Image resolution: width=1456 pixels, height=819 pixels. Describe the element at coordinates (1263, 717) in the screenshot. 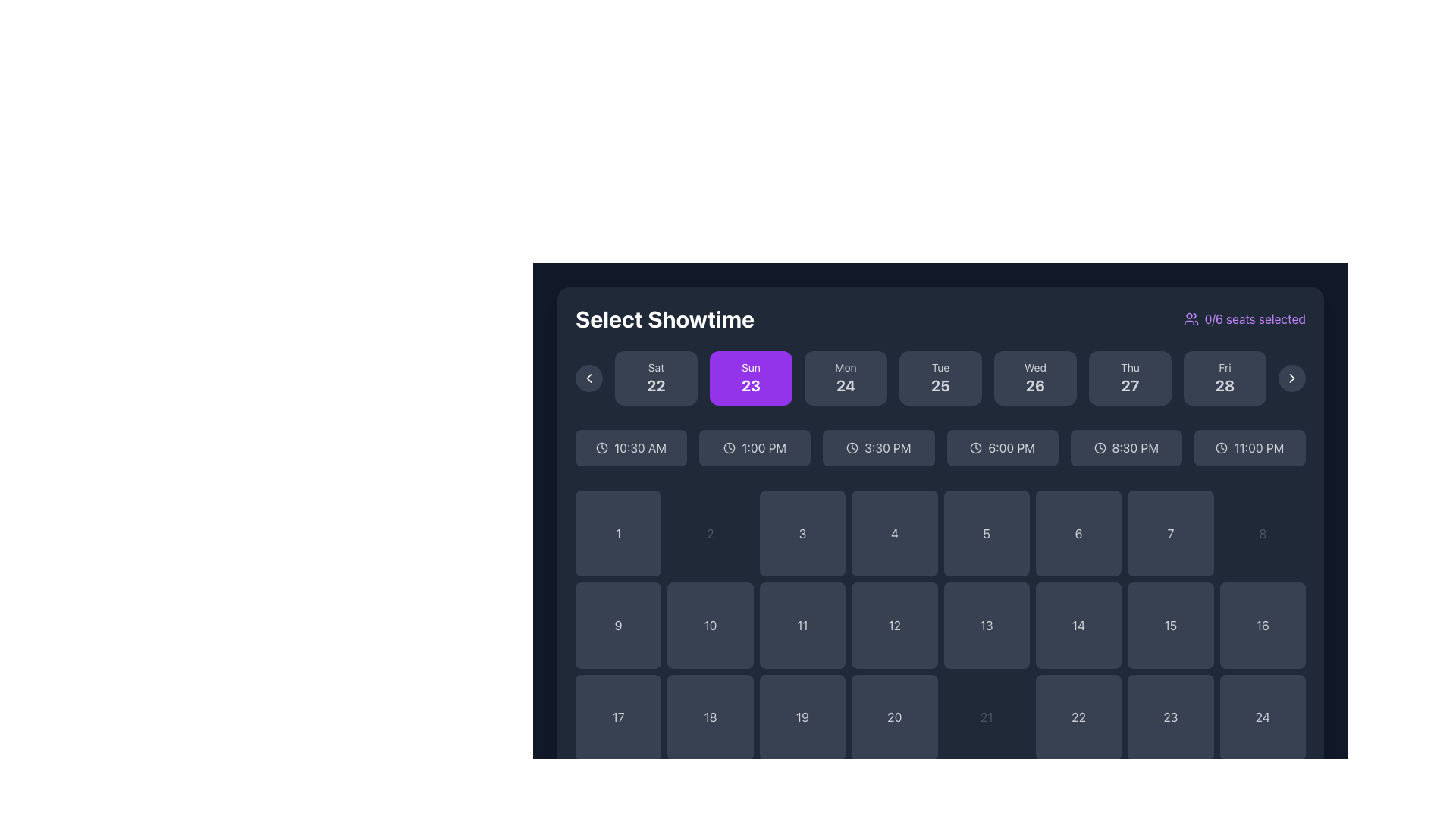

I see `the button that allows the user` at that location.